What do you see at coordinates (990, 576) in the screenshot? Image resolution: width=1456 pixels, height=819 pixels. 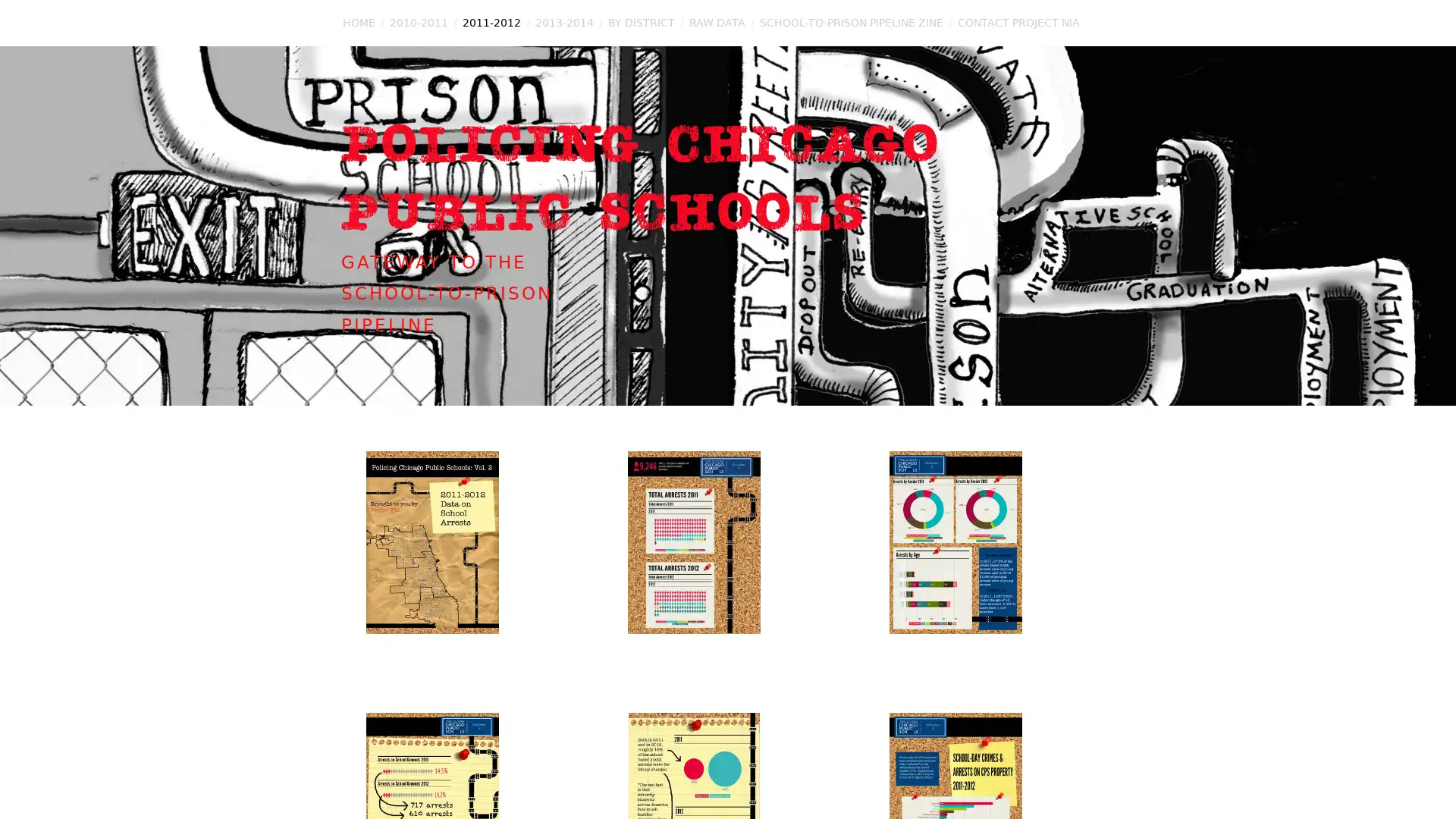 I see `View fullsize CPD in CPS_P6.jpg` at bounding box center [990, 576].